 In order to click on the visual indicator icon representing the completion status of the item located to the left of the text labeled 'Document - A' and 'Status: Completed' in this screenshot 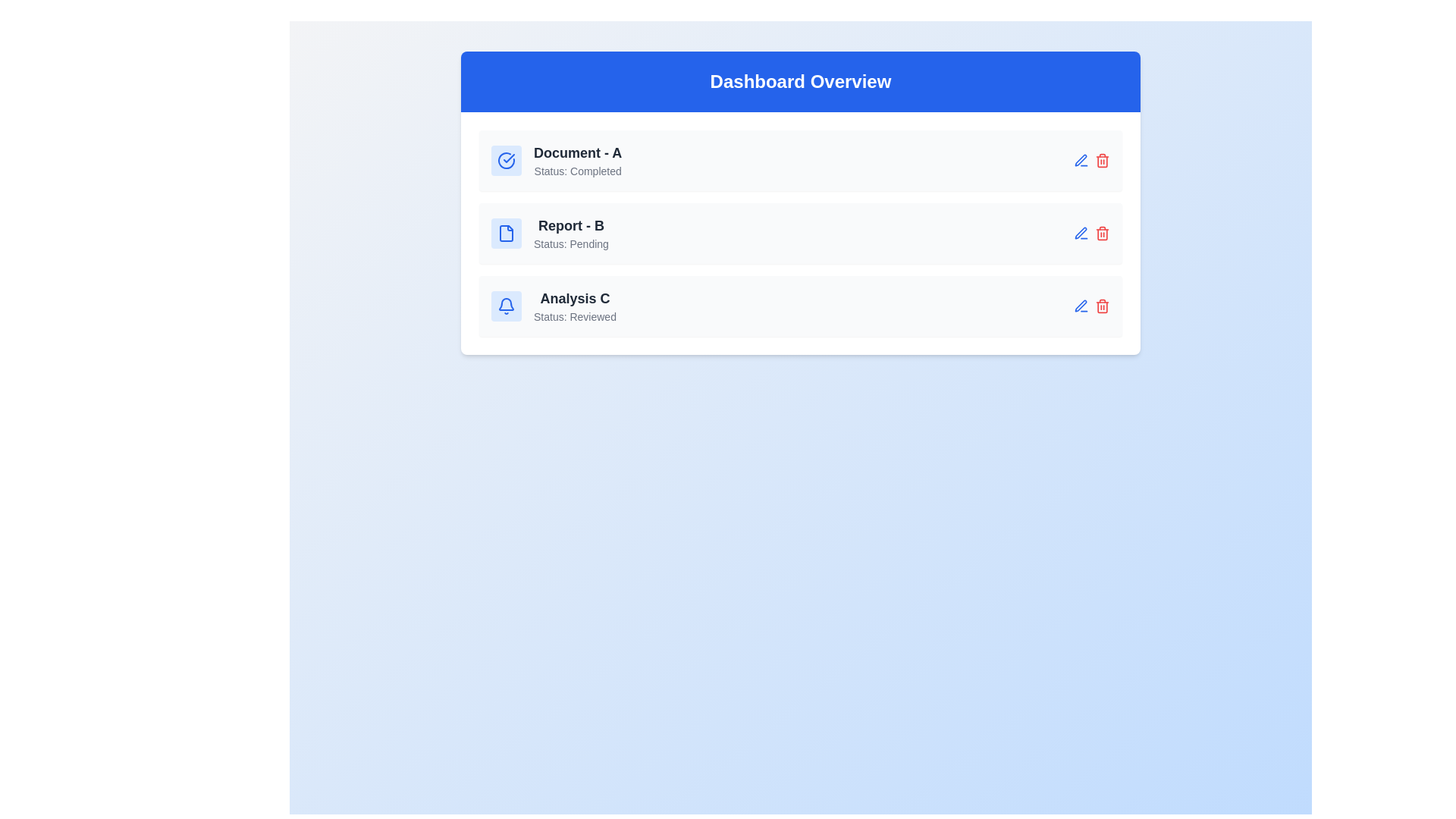, I will do `click(506, 161)`.